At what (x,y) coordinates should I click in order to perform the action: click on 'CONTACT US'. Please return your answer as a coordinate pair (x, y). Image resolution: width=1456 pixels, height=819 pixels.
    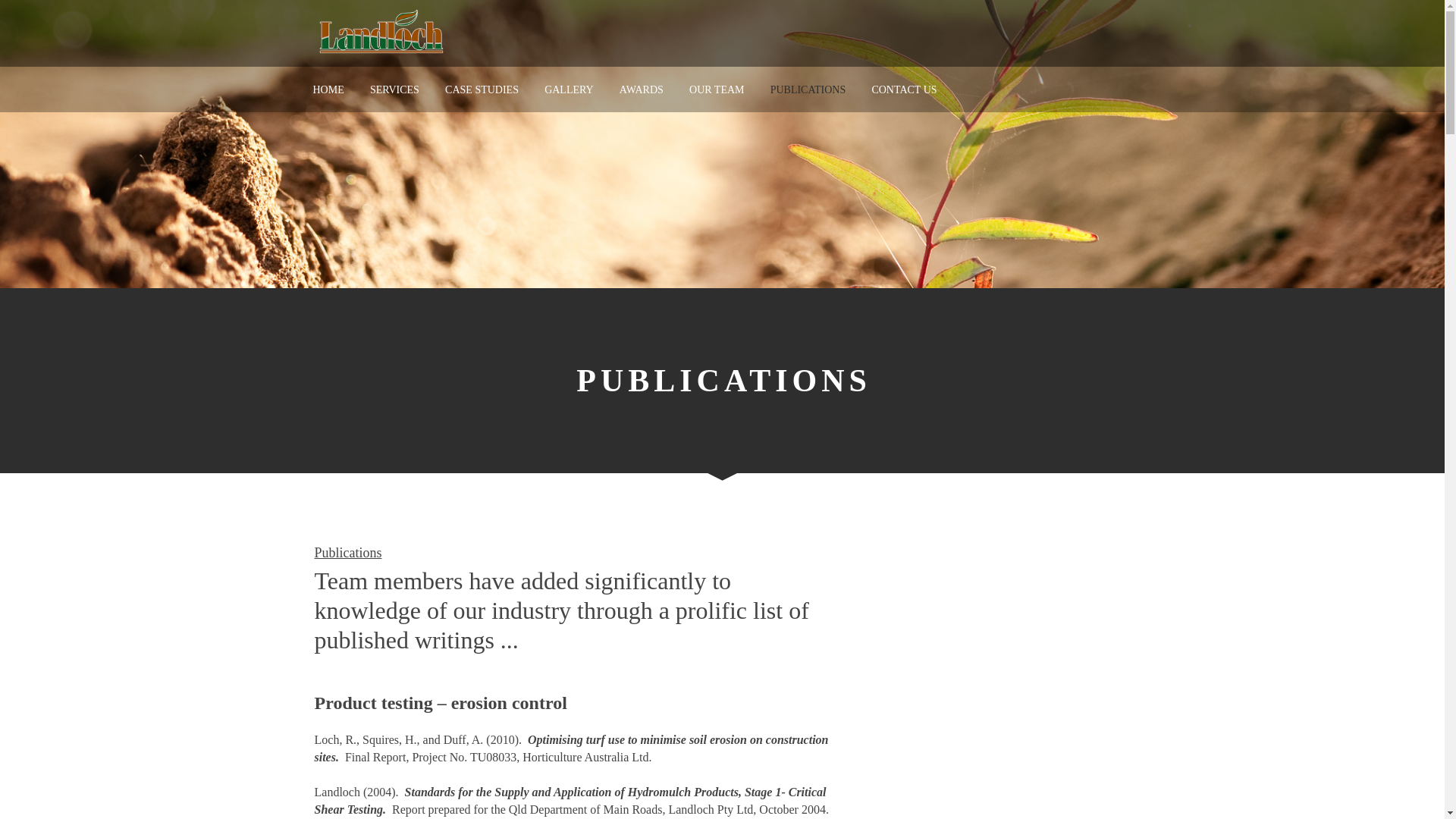
    Looking at the image, I should click on (871, 89).